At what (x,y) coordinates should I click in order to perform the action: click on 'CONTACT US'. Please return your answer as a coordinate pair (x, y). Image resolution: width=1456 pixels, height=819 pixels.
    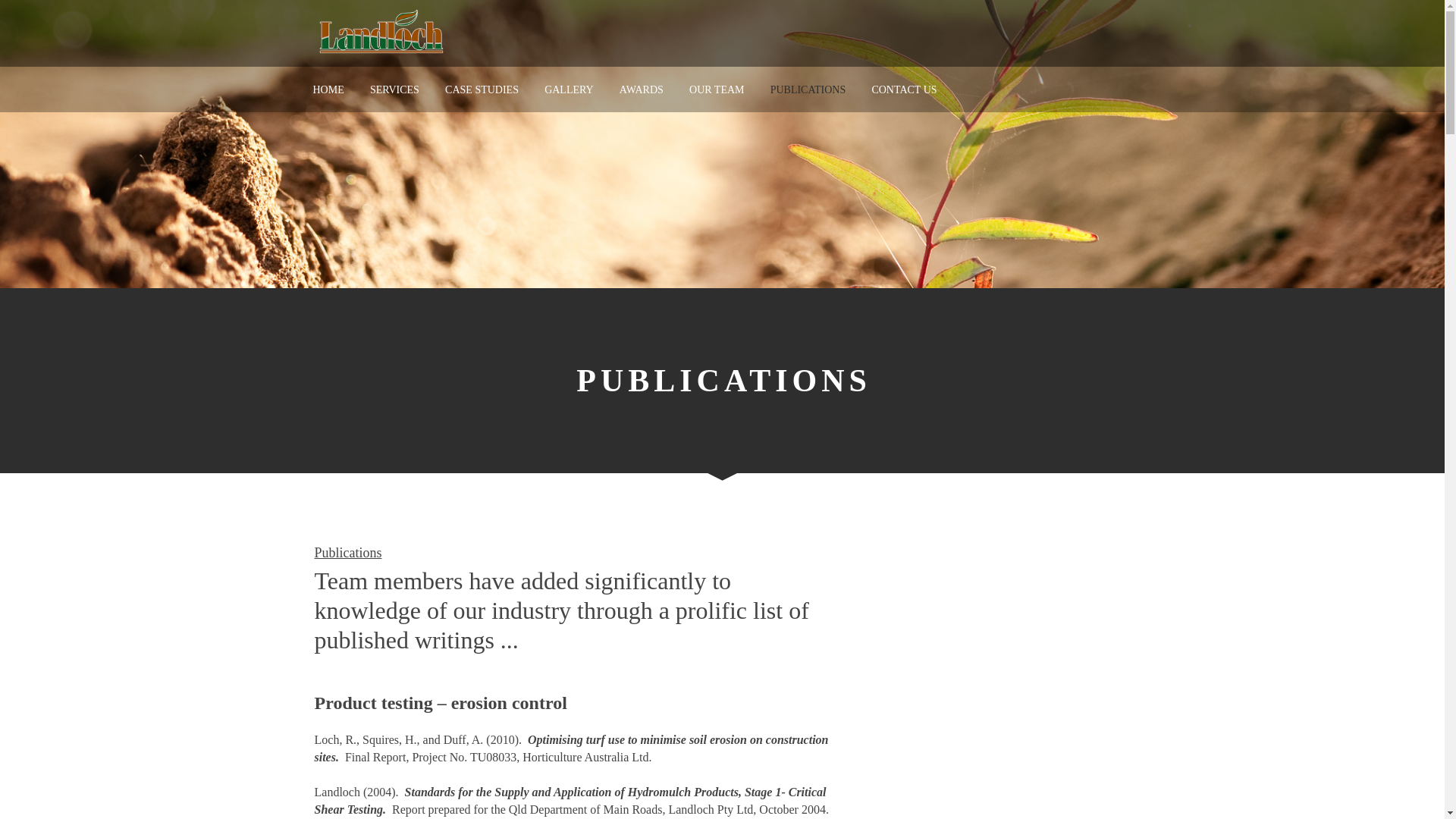
    Looking at the image, I should click on (871, 89).